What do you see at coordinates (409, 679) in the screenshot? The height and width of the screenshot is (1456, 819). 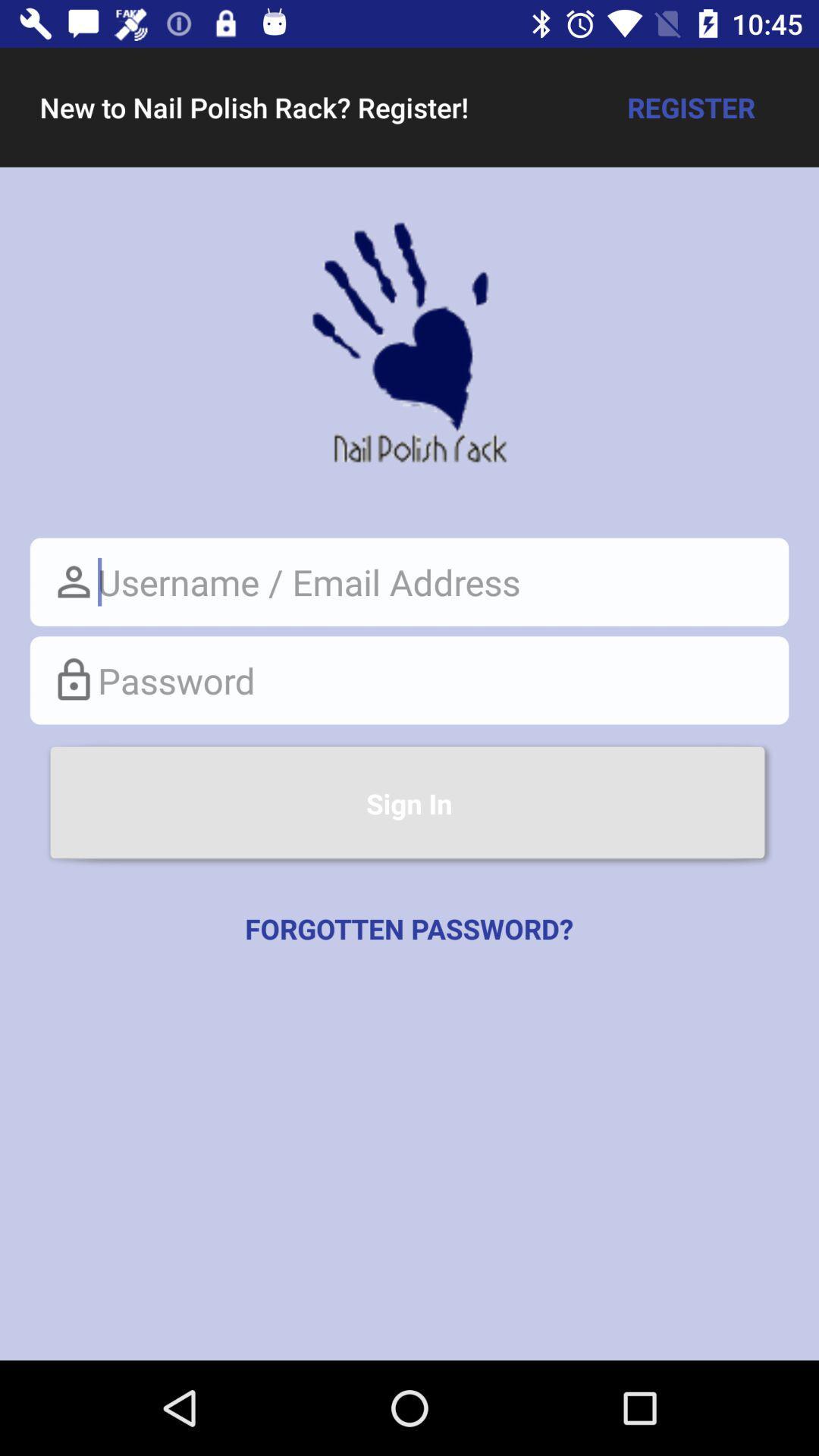 I see `password field` at bounding box center [409, 679].